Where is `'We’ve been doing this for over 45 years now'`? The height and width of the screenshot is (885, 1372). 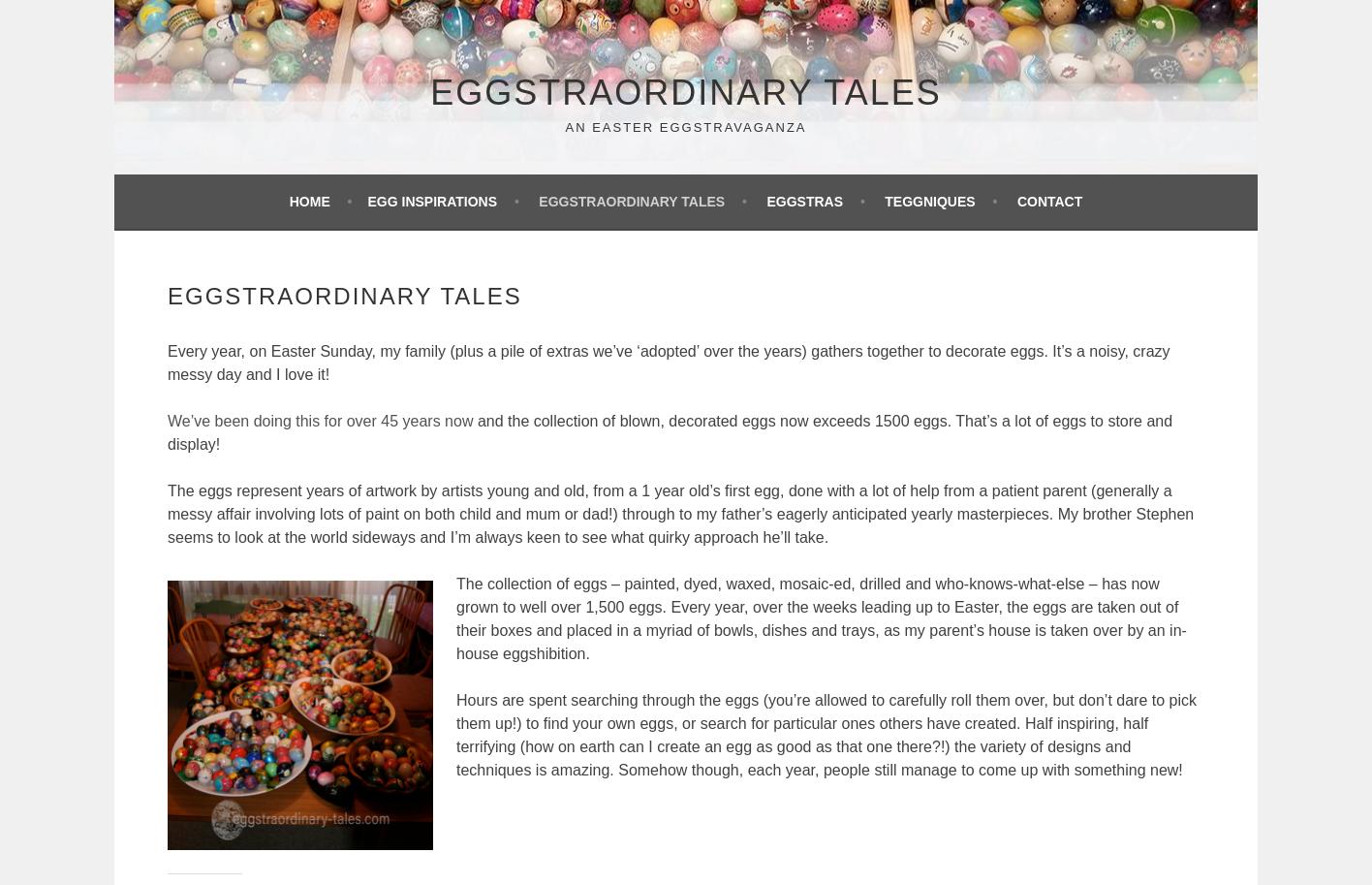 'We’ve been doing this for over 45 years now' is located at coordinates (321, 420).